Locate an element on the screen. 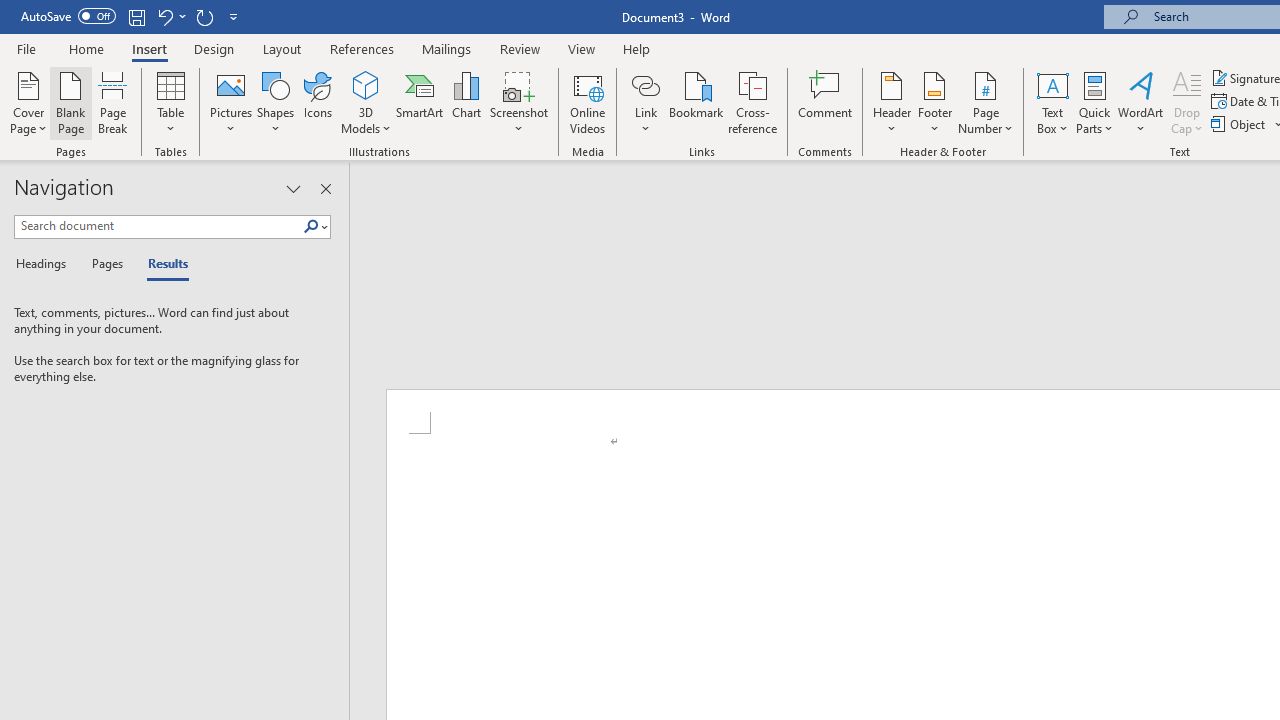 This screenshot has height=720, width=1280. 'Undo New Page' is located at coordinates (164, 16).